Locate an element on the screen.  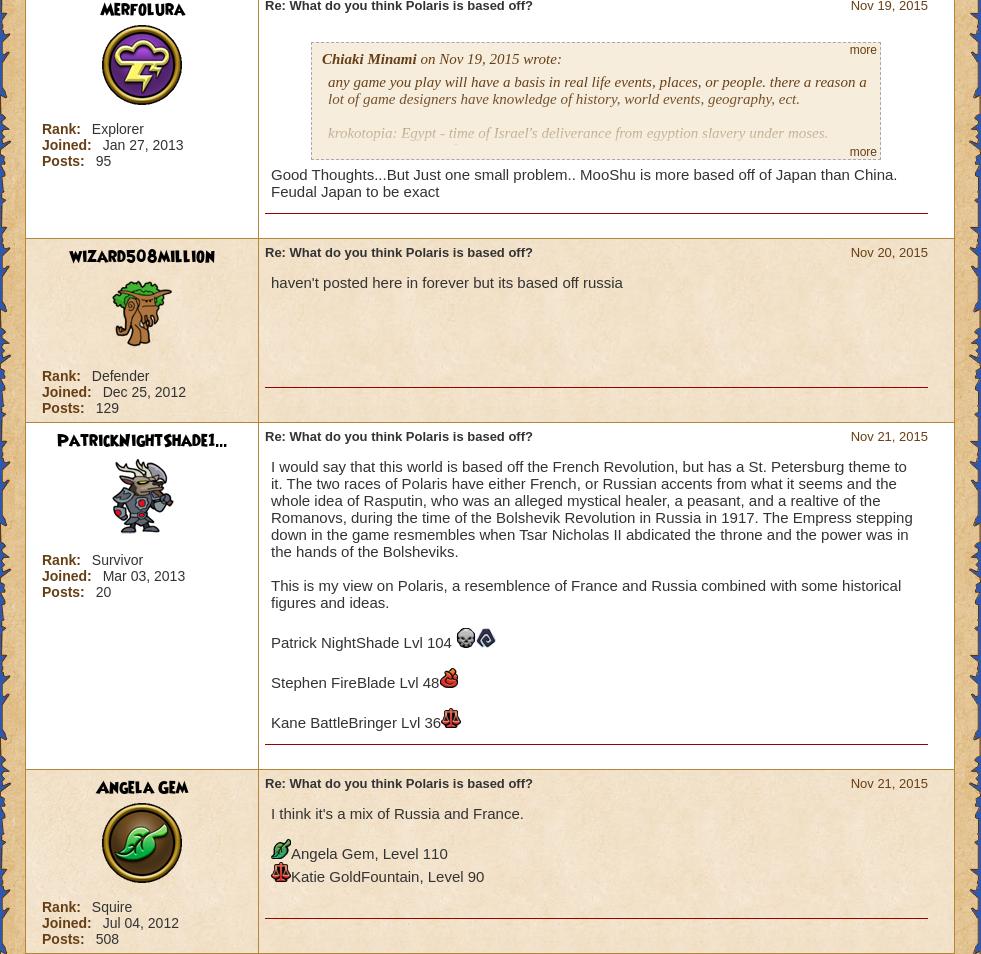
'Stephen FireBlade Lvl 48' is located at coordinates (269, 681).